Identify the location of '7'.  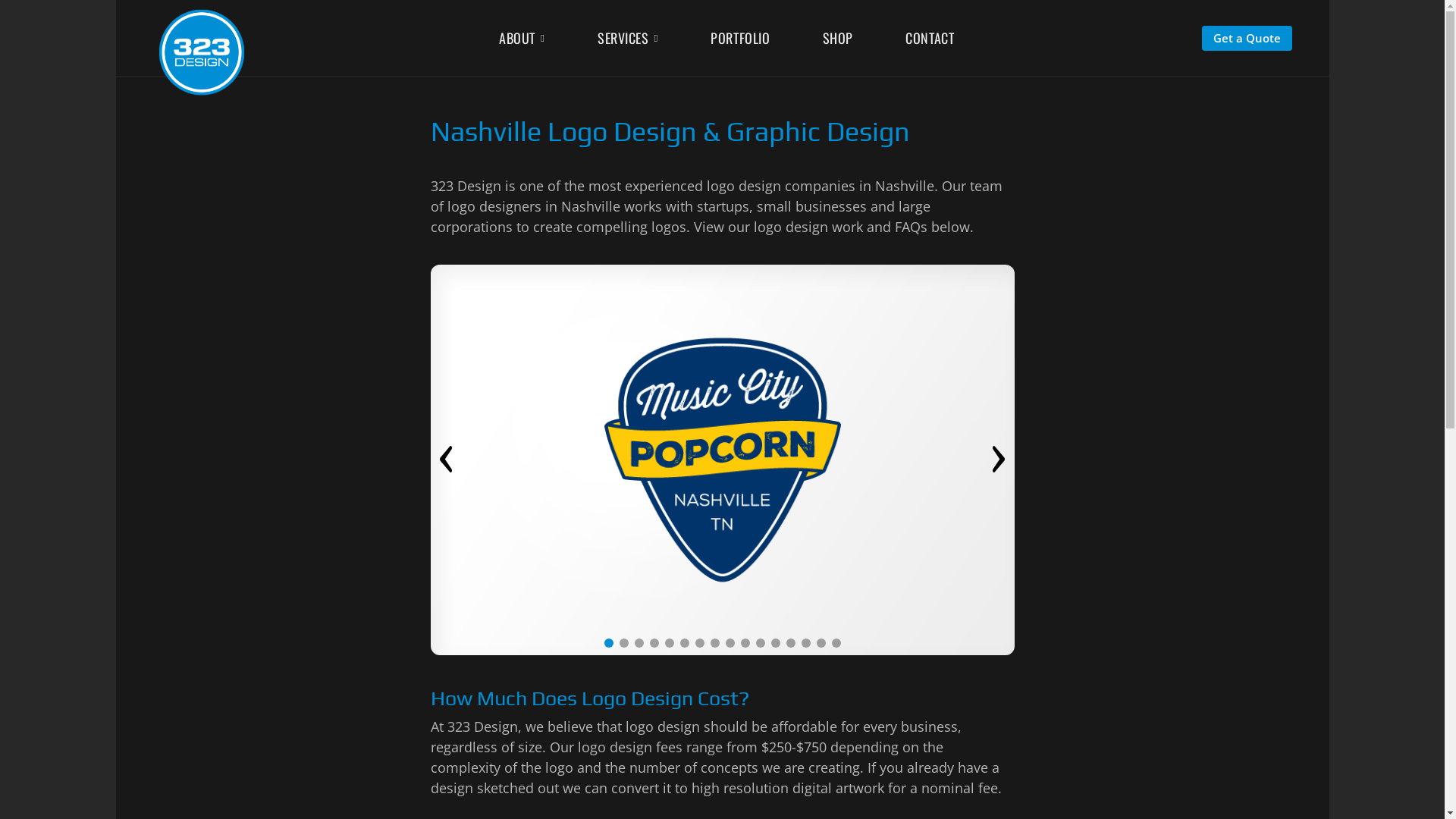
(694, 643).